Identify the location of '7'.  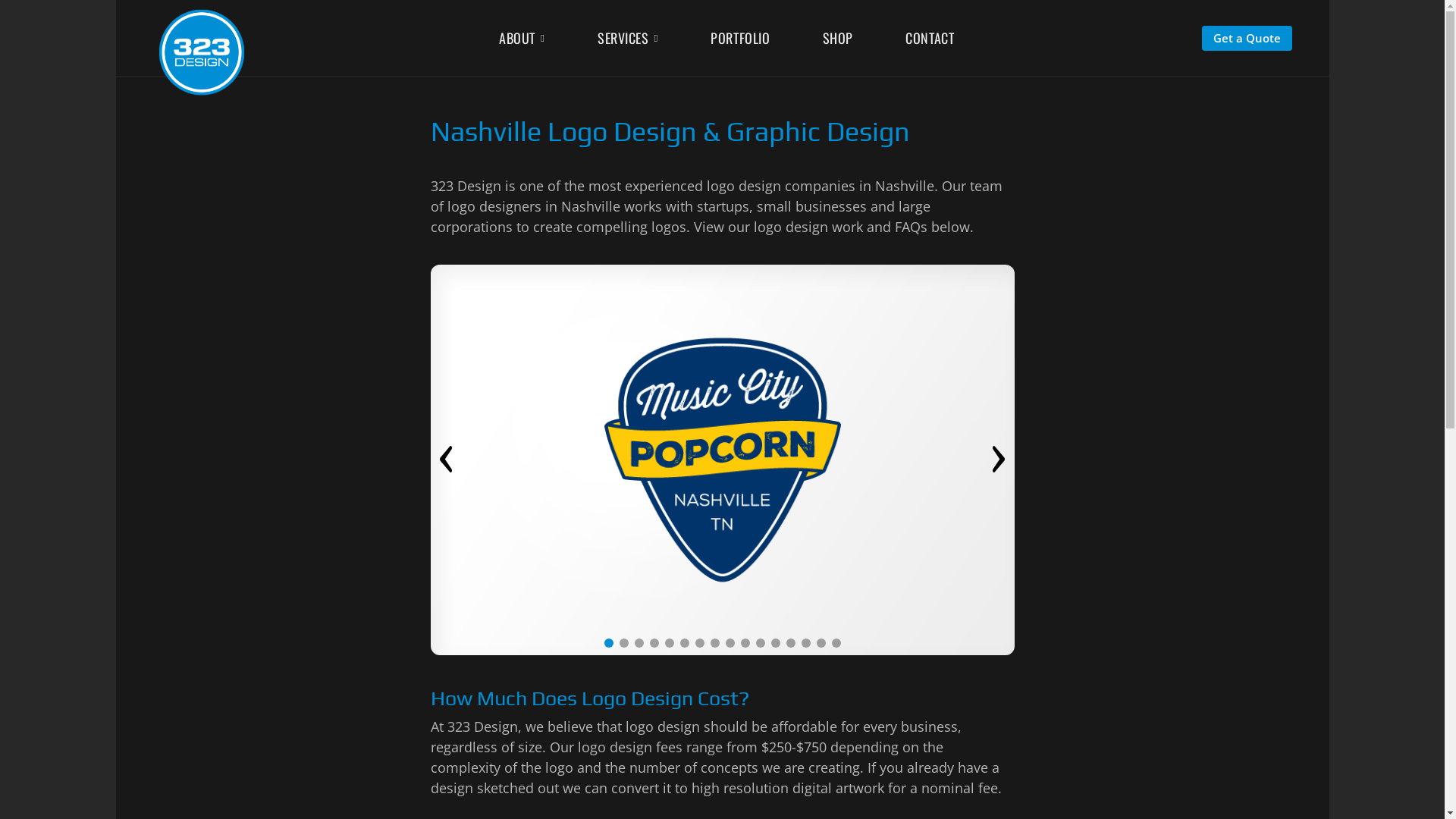
(694, 643).